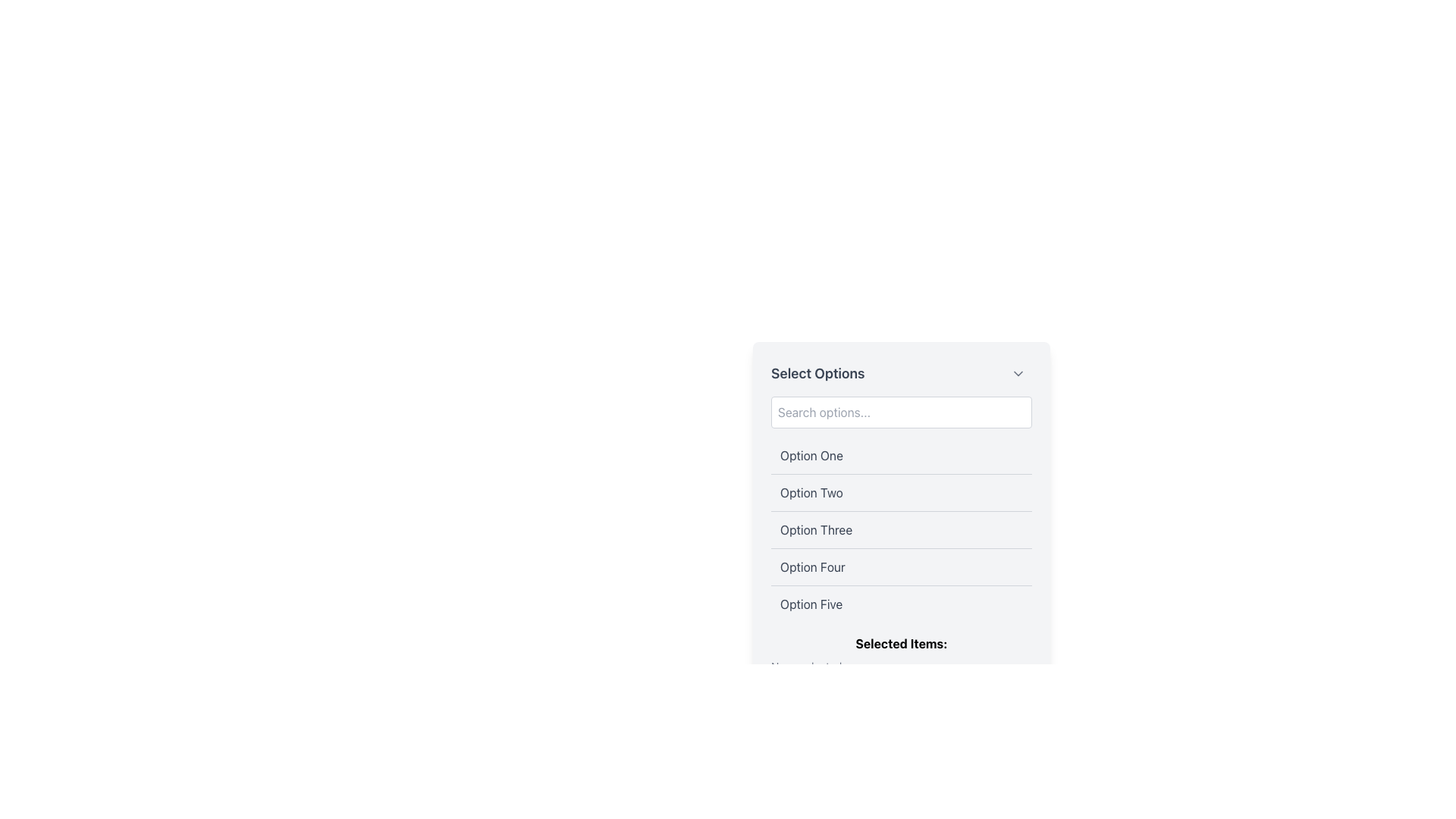  I want to click on the text label reading 'Option Three', which is the third item in the list under the 'Select Options' header, so click(814, 529).